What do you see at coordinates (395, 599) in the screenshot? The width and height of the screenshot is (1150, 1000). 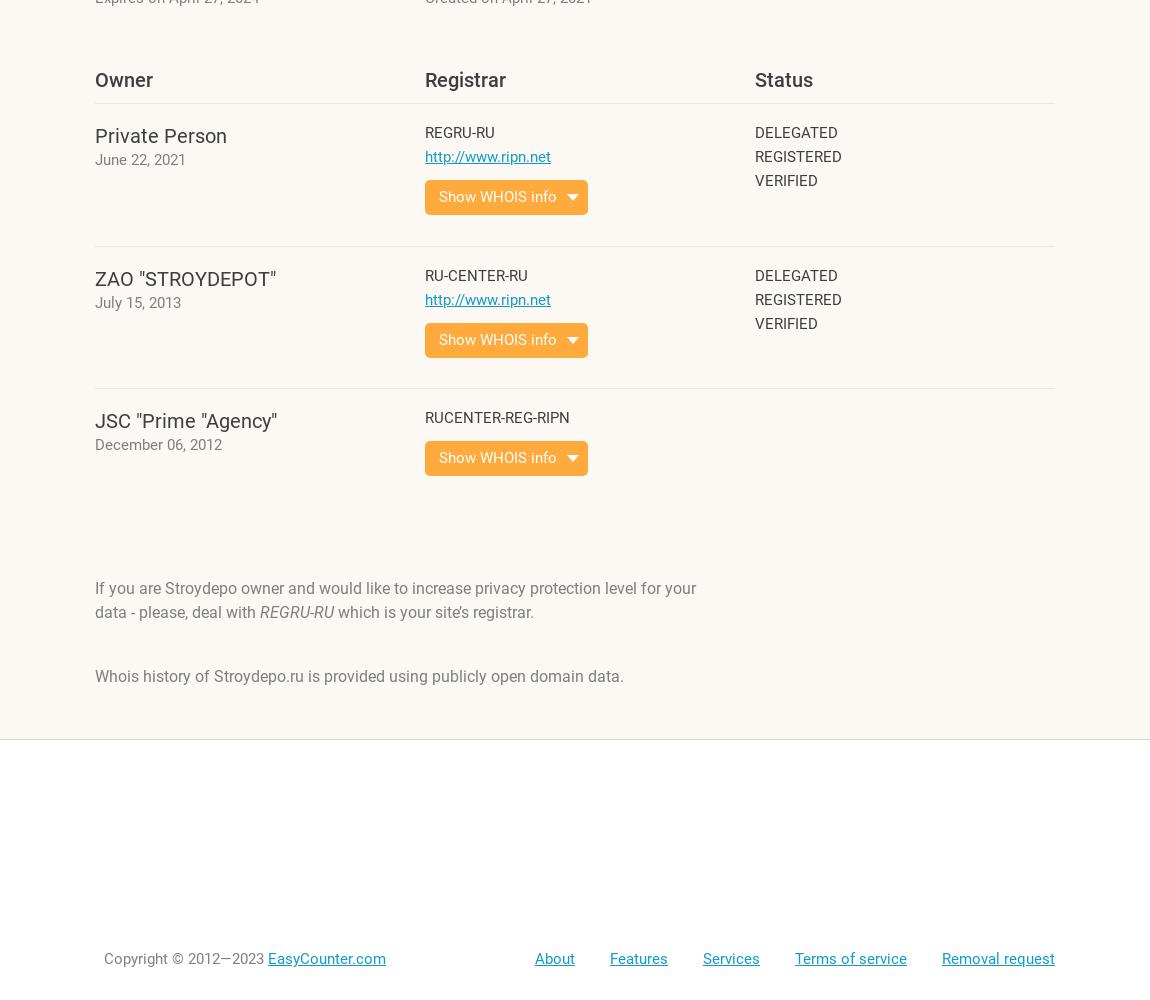 I see `'If you are Stroydepo owner and would like to increase privacy protection level for your data - please, deal with'` at bounding box center [395, 599].